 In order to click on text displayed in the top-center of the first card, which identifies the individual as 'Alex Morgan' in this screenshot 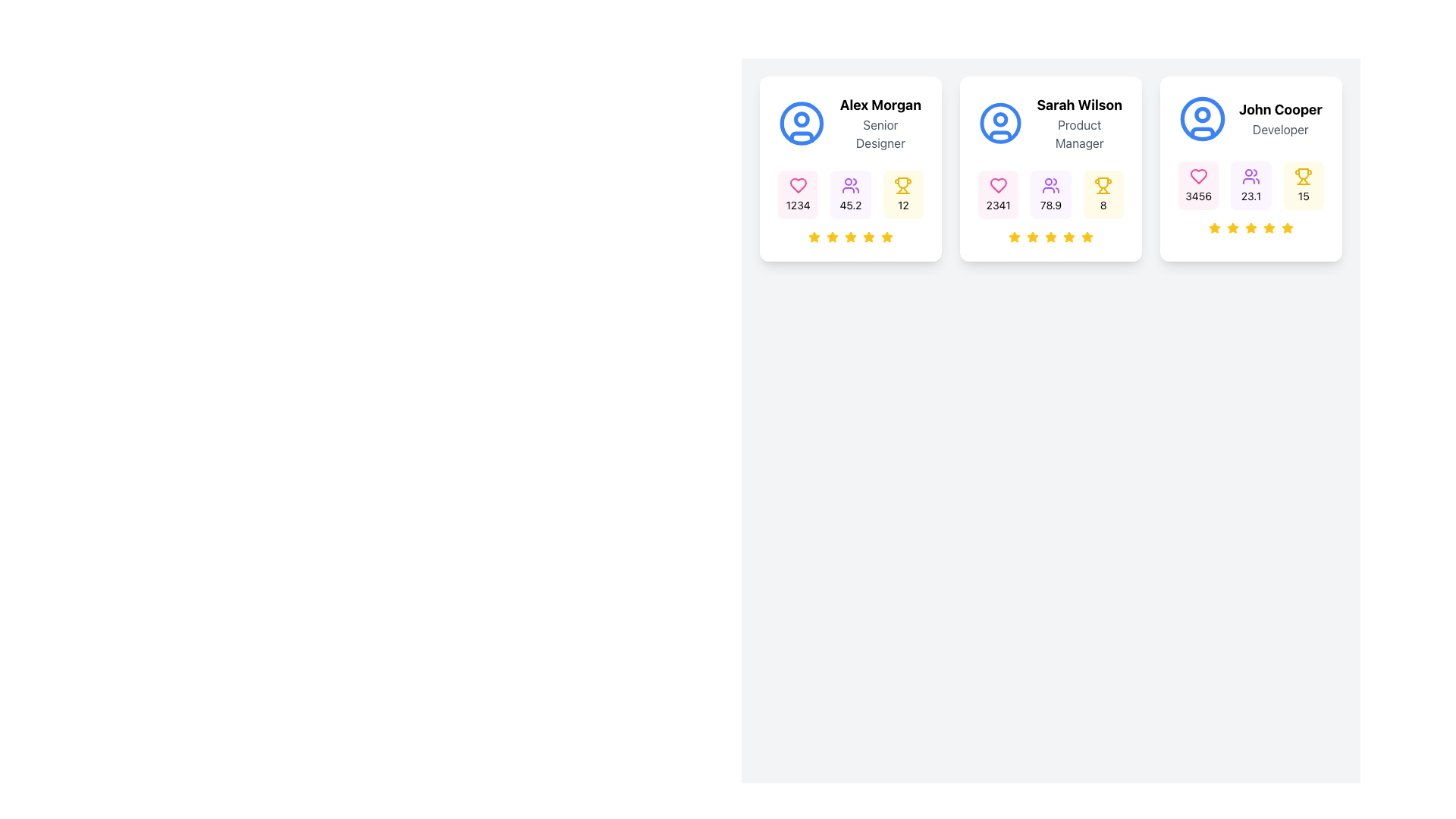, I will do `click(880, 104)`.